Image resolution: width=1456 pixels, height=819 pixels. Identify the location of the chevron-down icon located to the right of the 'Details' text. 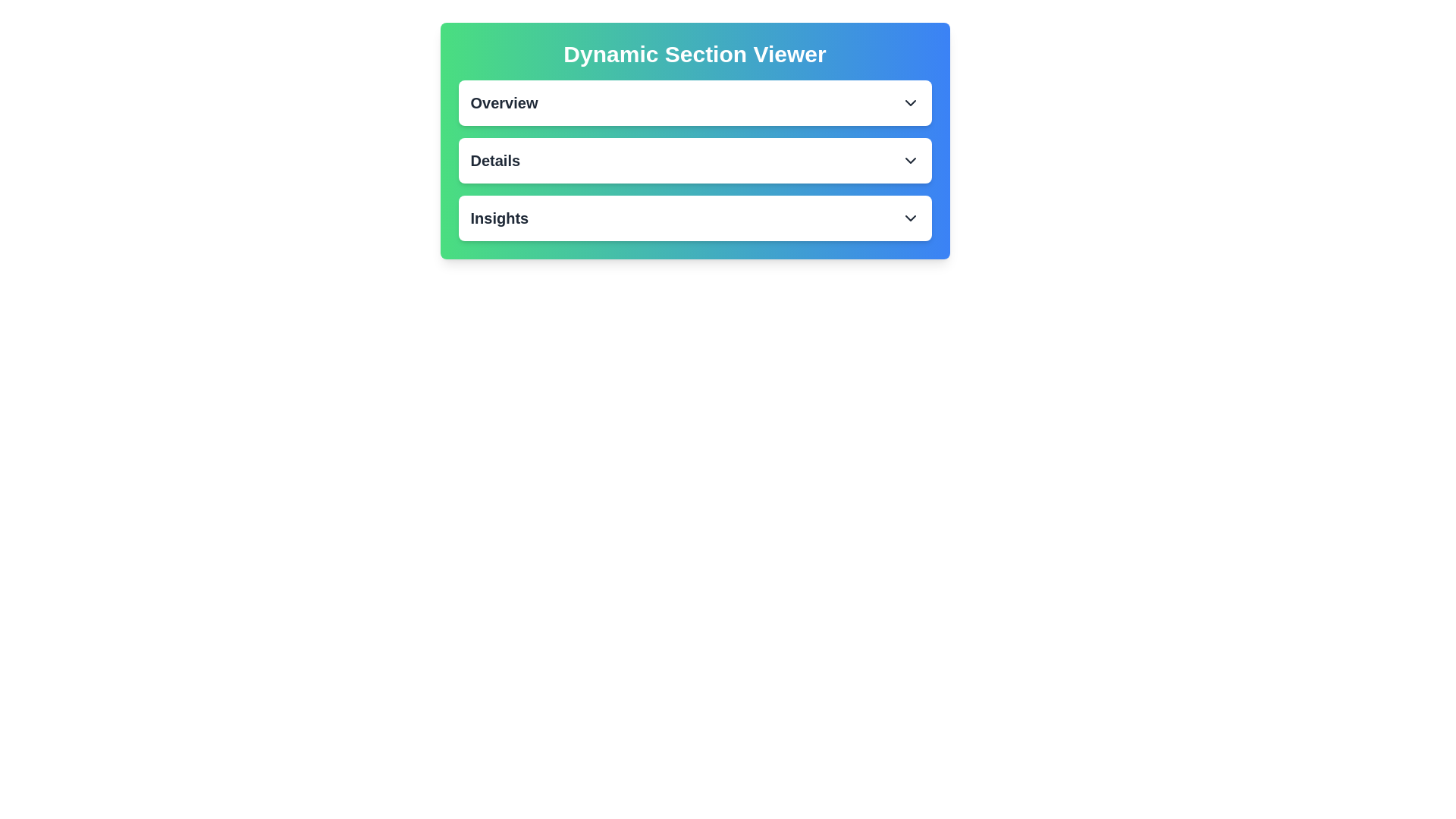
(910, 161).